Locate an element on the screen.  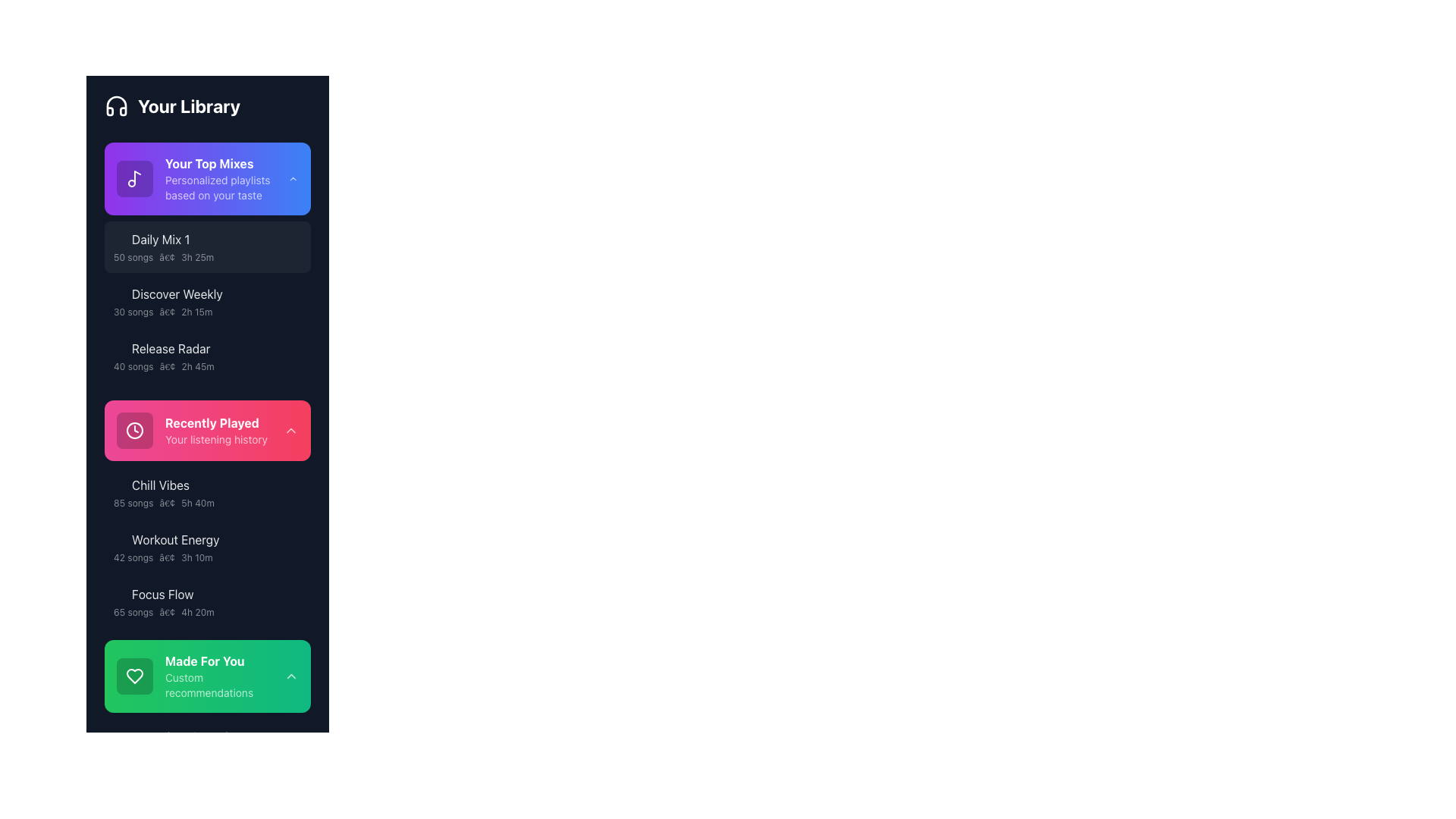
the play icon located to the left of the 'Workout Energy' text in the sidebar for accessibility navigation is located at coordinates (119, 539).